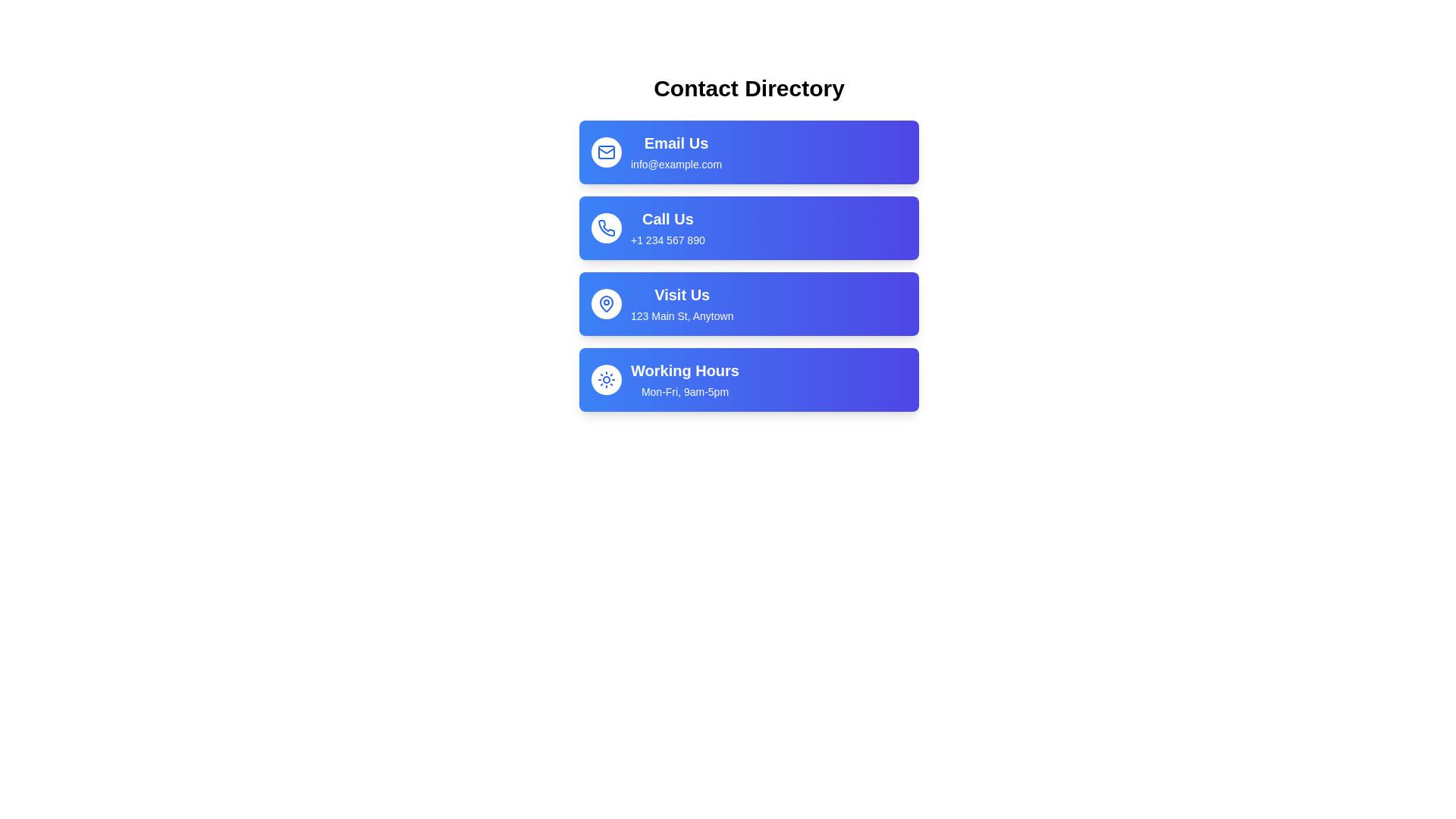 The image size is (1456, 819). Describe the element at coordinates (607, 304) in the screenshot. I see `the blue outlined map pin icon within the 'Visit Us' section of the contact directory list` at that location.